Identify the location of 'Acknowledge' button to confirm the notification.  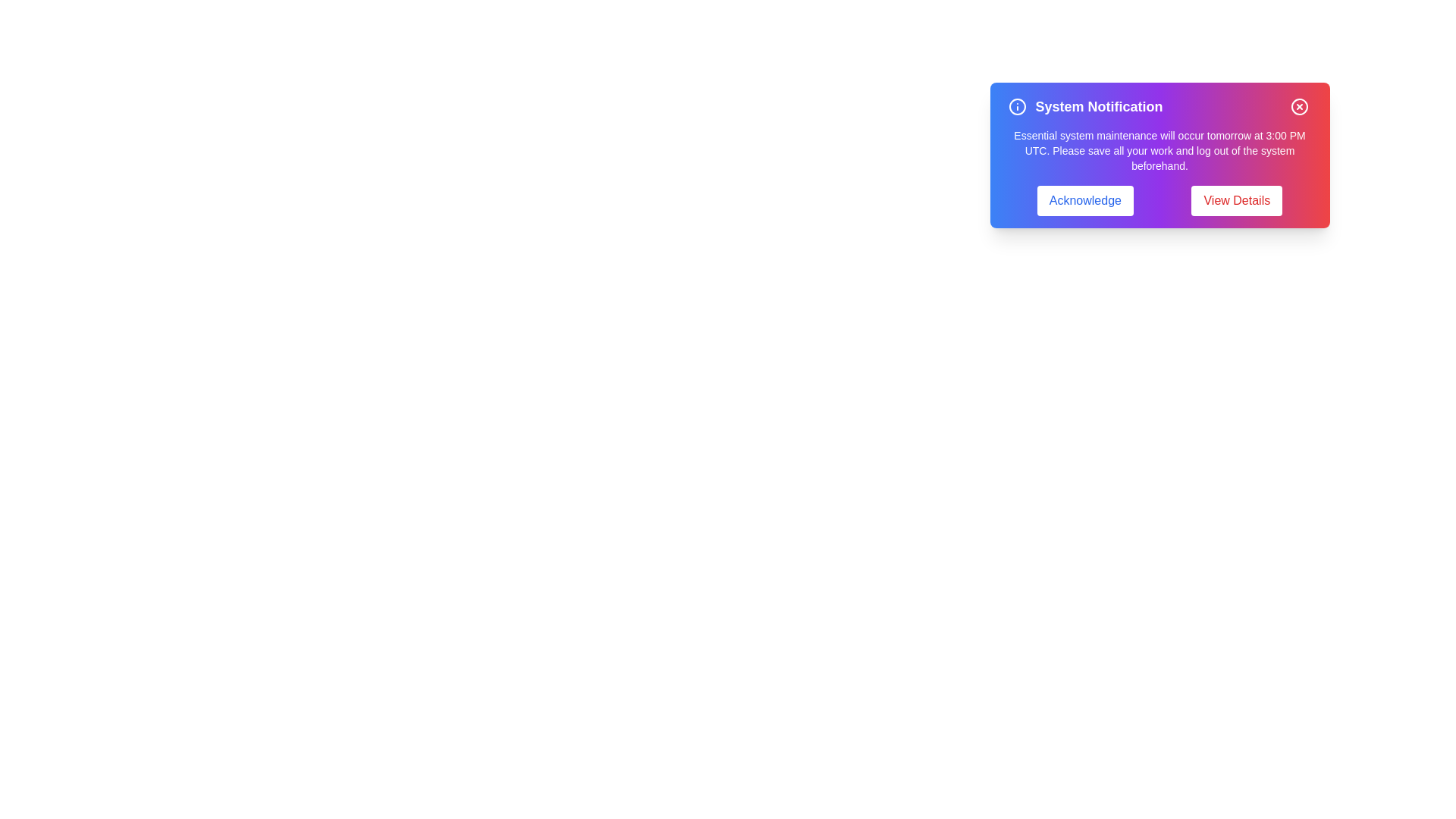
(1084, 200).